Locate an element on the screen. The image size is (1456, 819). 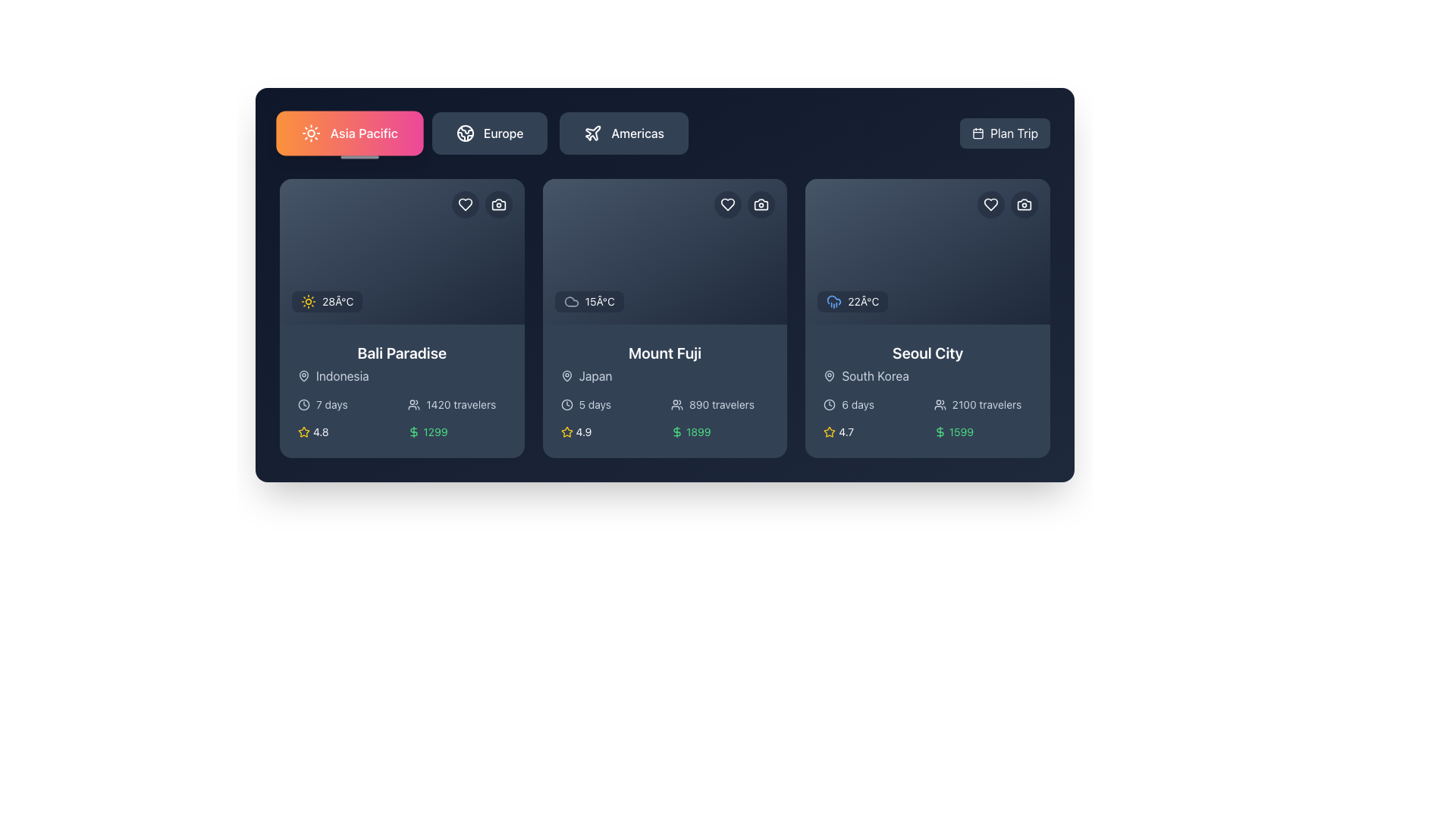
the Rating indicator for 'Bali Paradise' is located at coordinates (346, 432).